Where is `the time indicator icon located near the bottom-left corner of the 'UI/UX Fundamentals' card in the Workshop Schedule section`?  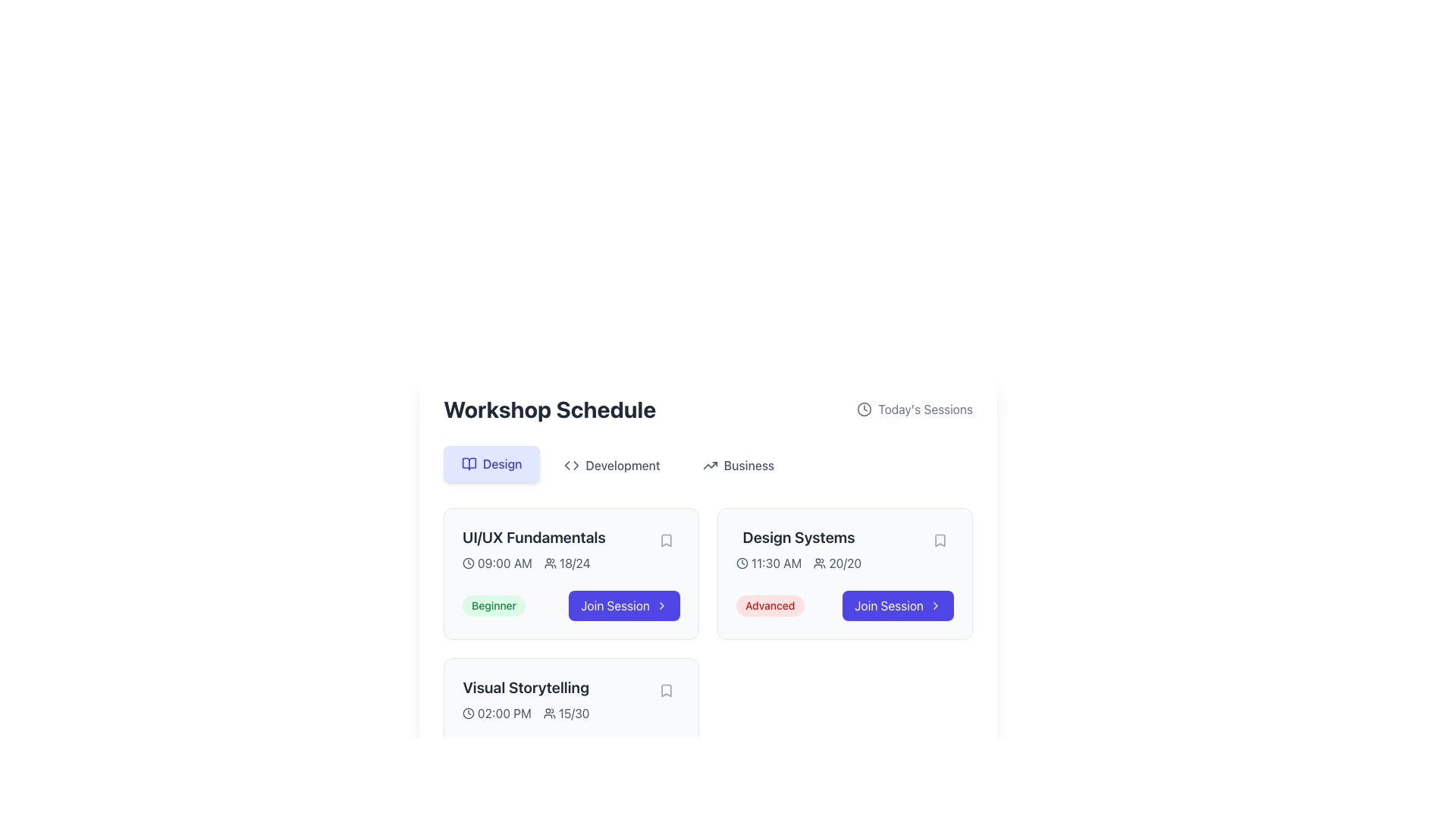
the time indicator icon located near the bottom-left corner of the 'UI/UX Fundamentals' card in the Workshop Schedule section is located at coordinates (468, 563).